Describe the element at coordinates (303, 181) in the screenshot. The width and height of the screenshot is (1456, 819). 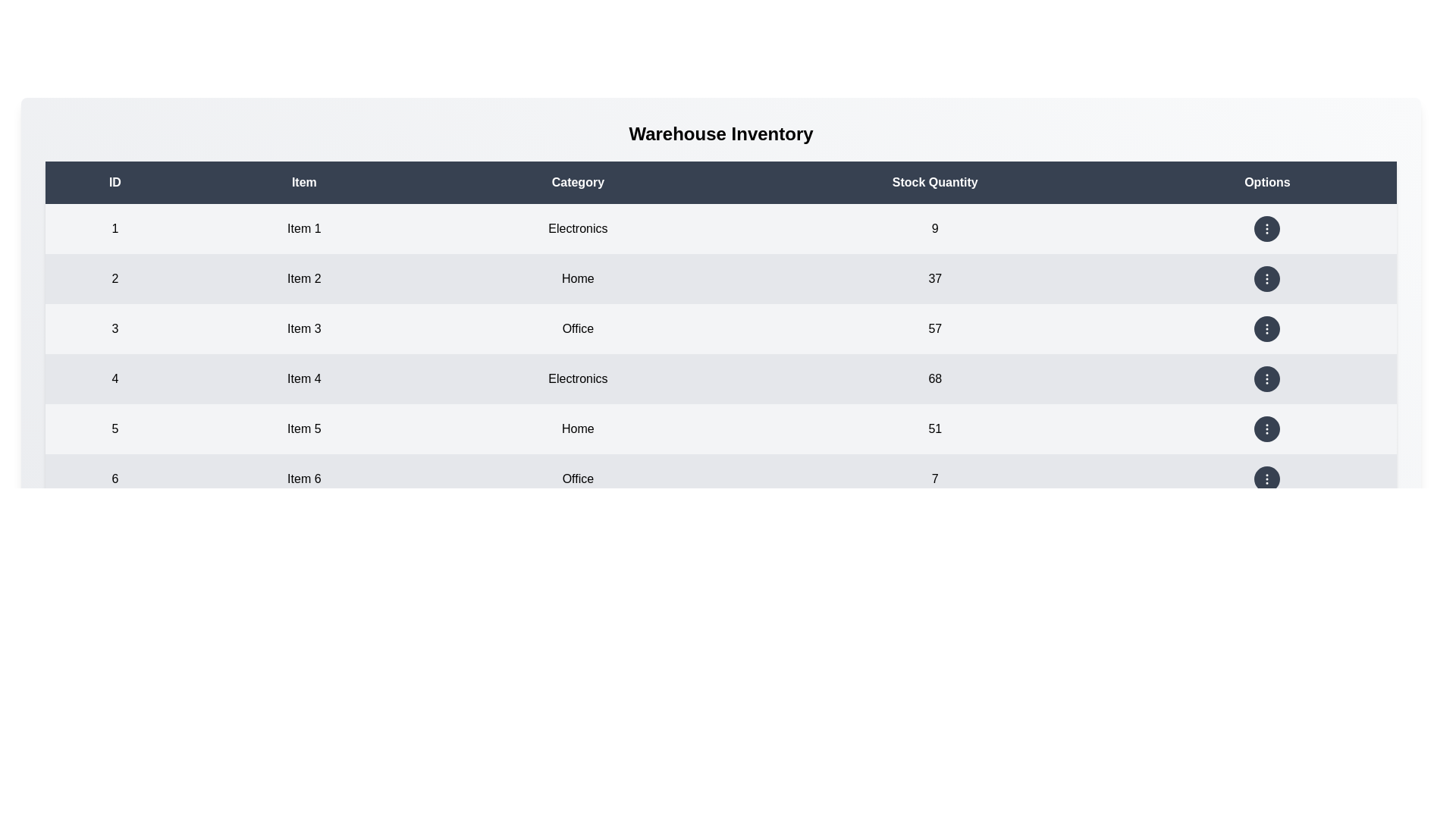
I see `the column header to sort by Item` at that location.